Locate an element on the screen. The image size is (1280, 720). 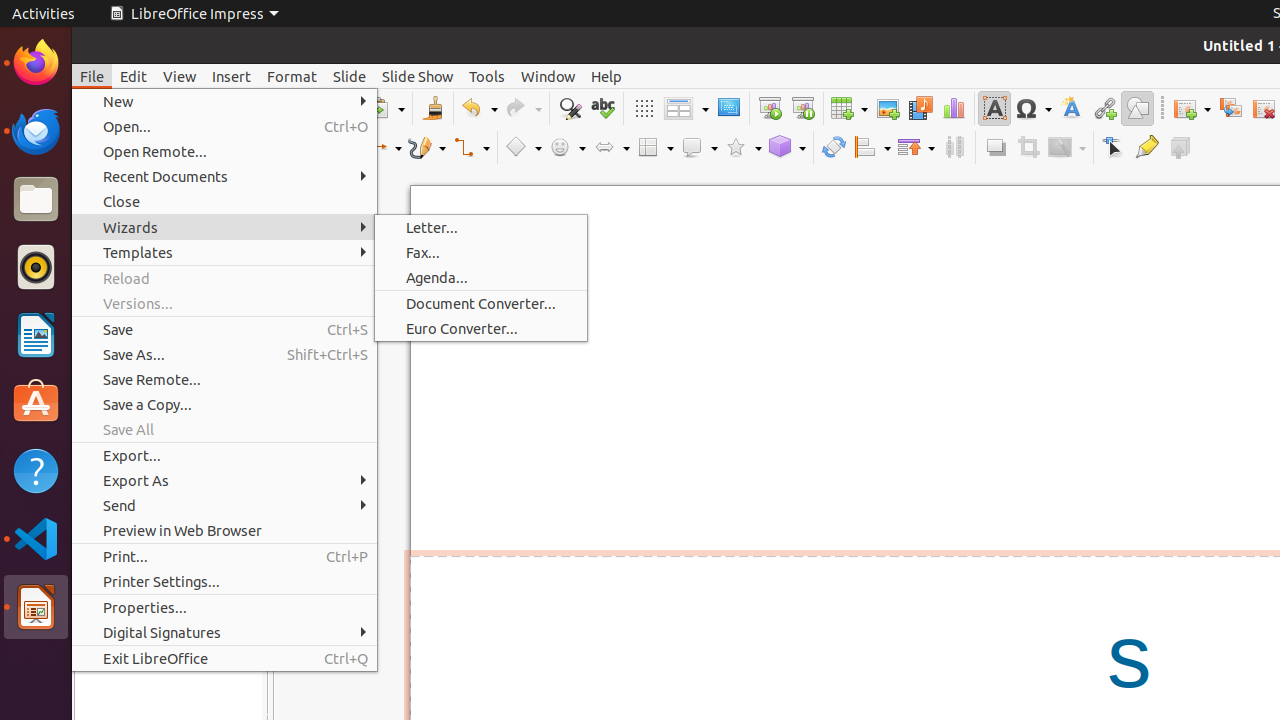
'Letter...' is located at coordinates (481, 226).